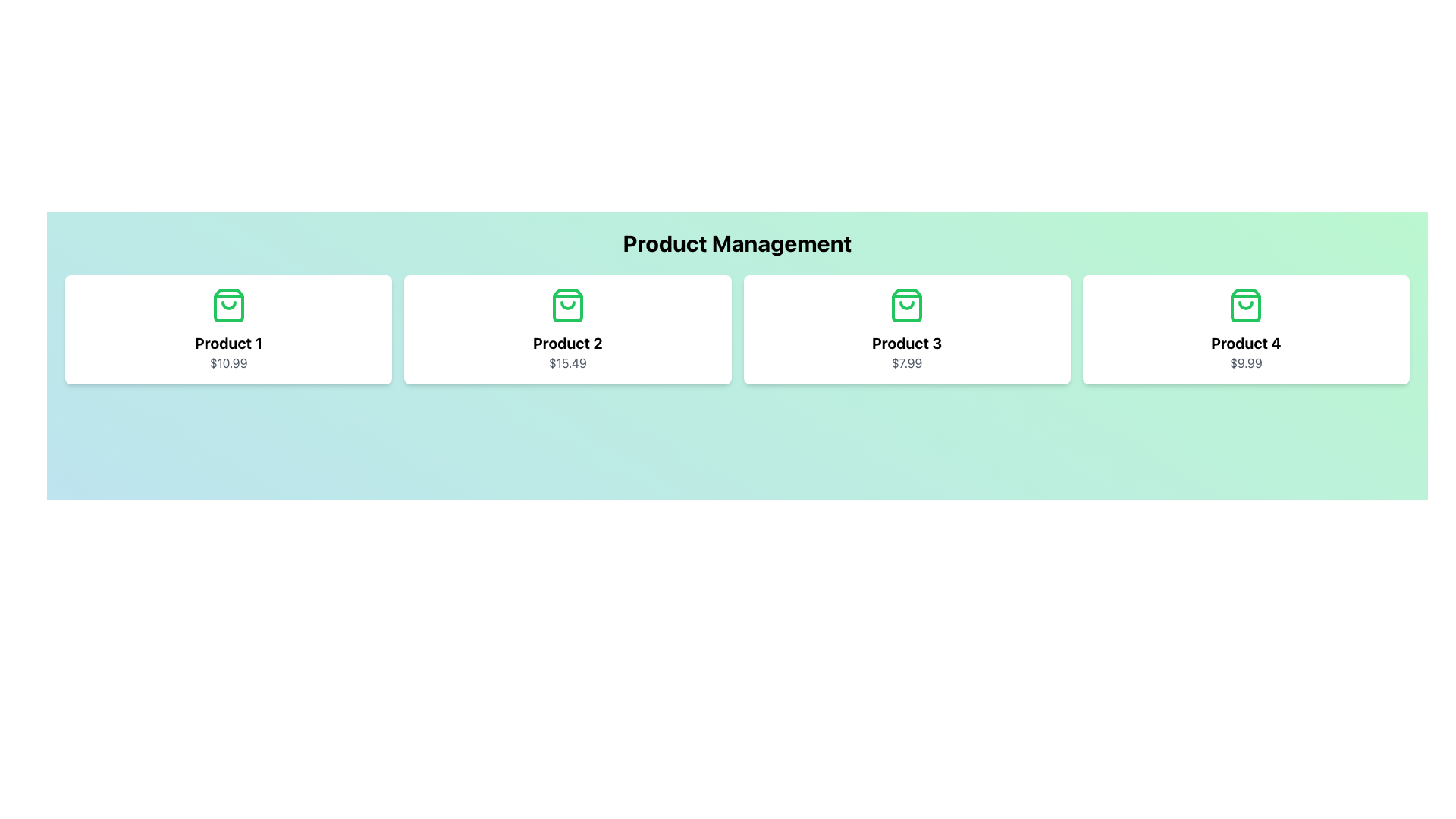 The height and width of the screenshot is (819, 1456). What do you see at coordinates (1246, 343) in the screenshot?
I see `the text label that serves as the title of the product located in the fourth card of the horizontal grid, positioned below the green shopping bag icon and above the price text ('$9.99')` at bounding box center [1246, 343].